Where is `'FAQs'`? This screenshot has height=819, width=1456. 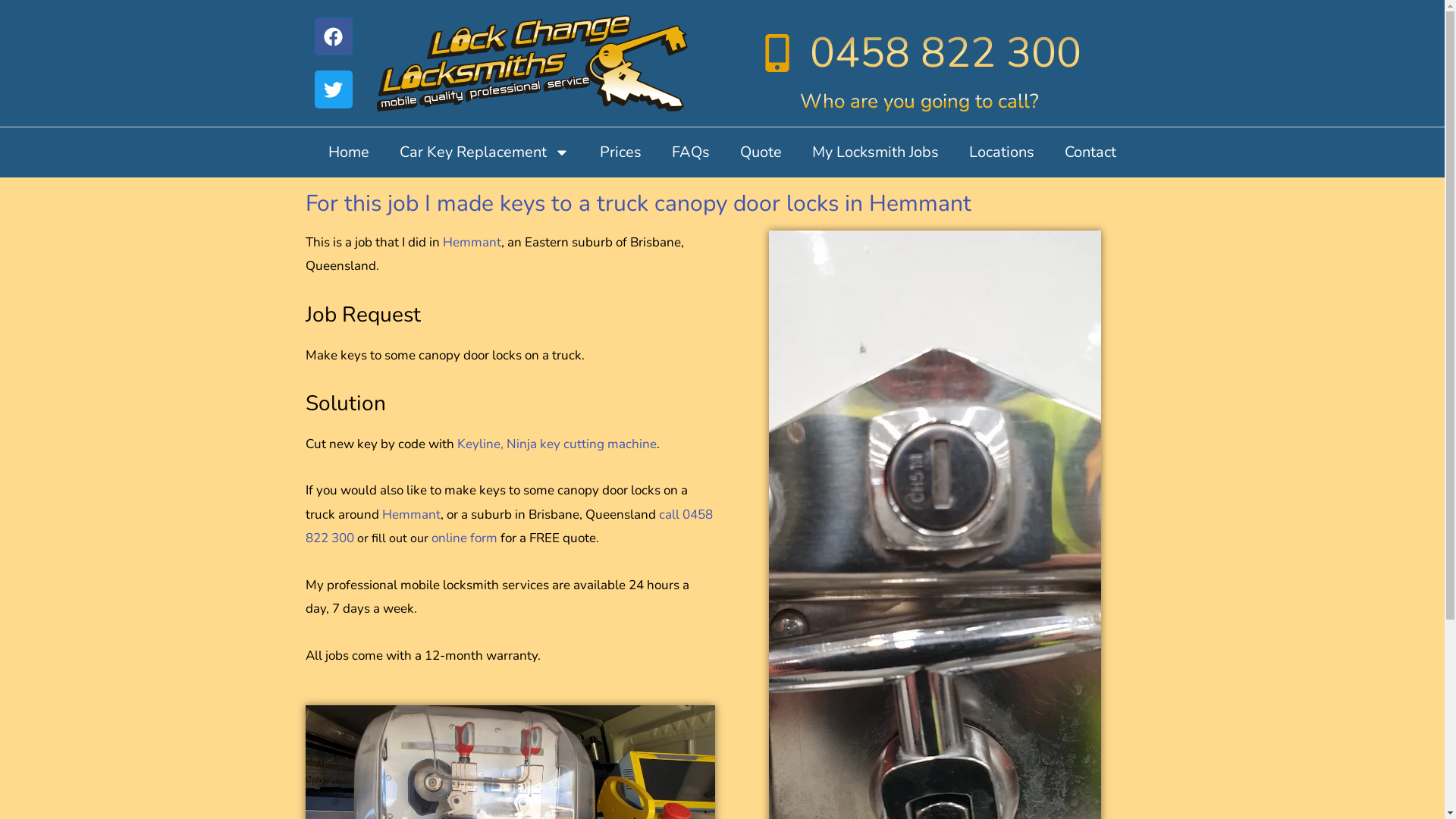 'FAQs' is located at coordinates (690, 152).